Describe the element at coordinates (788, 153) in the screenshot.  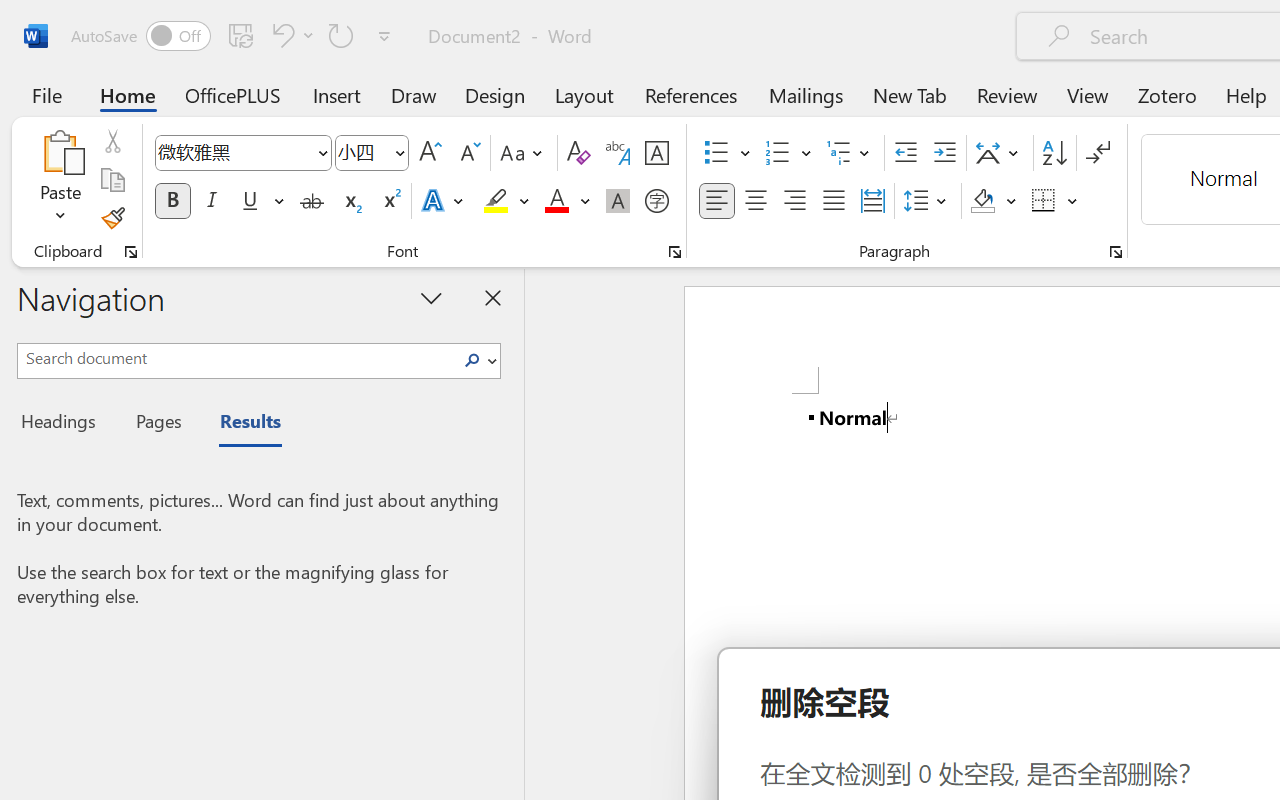
I see `'Numbering'` at that location.